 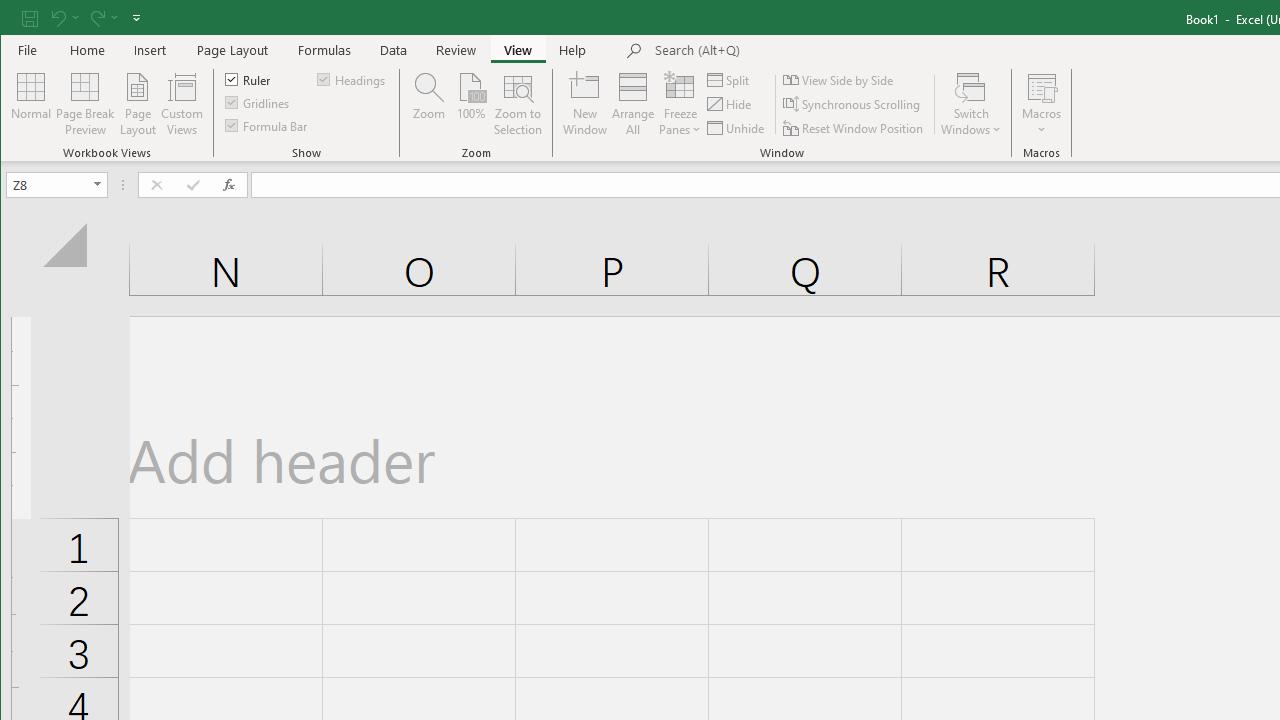 I want to click on 'Save', so click(x=29, y=17).